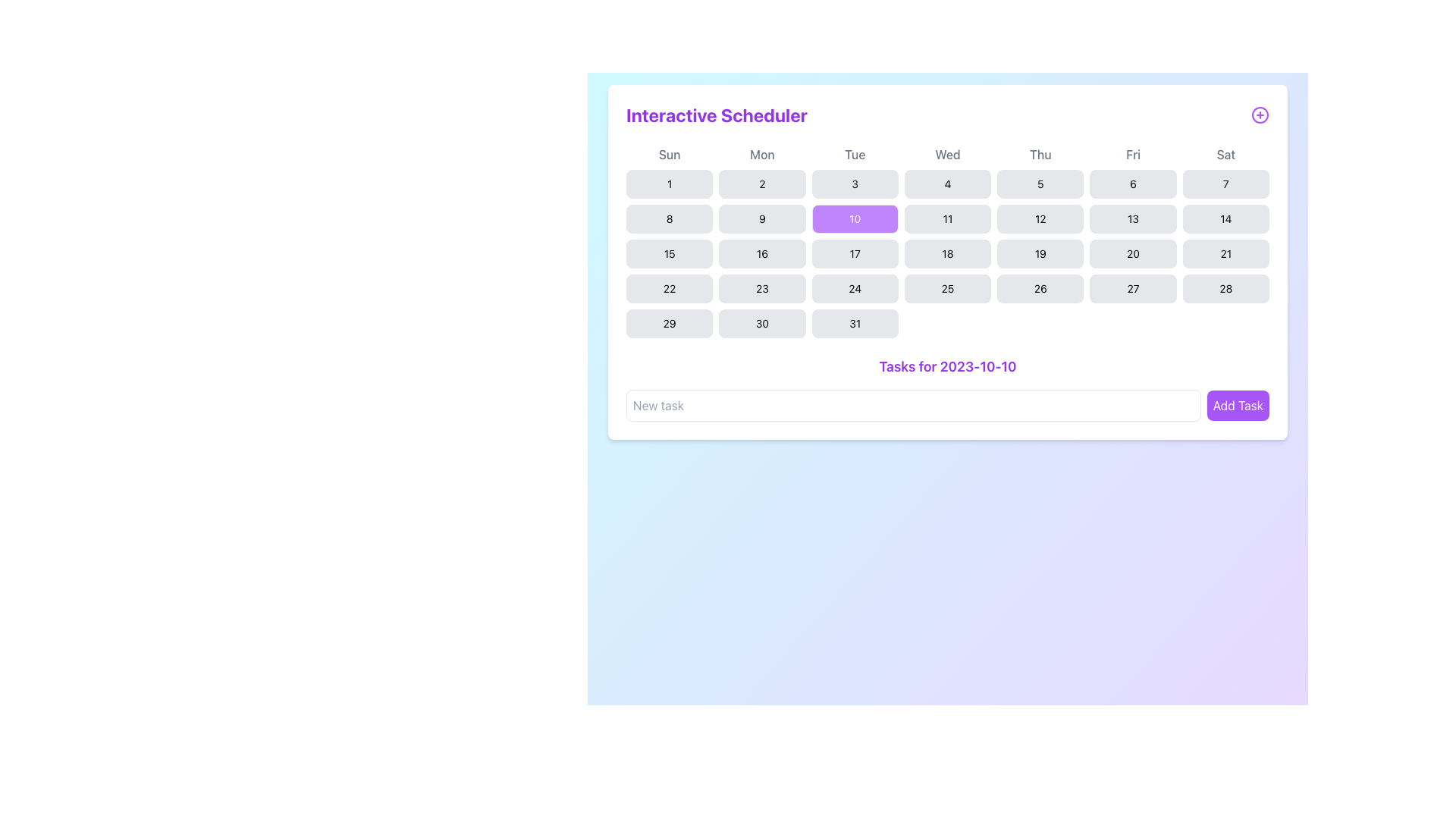  Describe the element at coordinates (669, 219) in the screenshot. I see `the button representing the 8th day of the month located in the second row and first column of the week grid below the 'Sun' header` at that location.